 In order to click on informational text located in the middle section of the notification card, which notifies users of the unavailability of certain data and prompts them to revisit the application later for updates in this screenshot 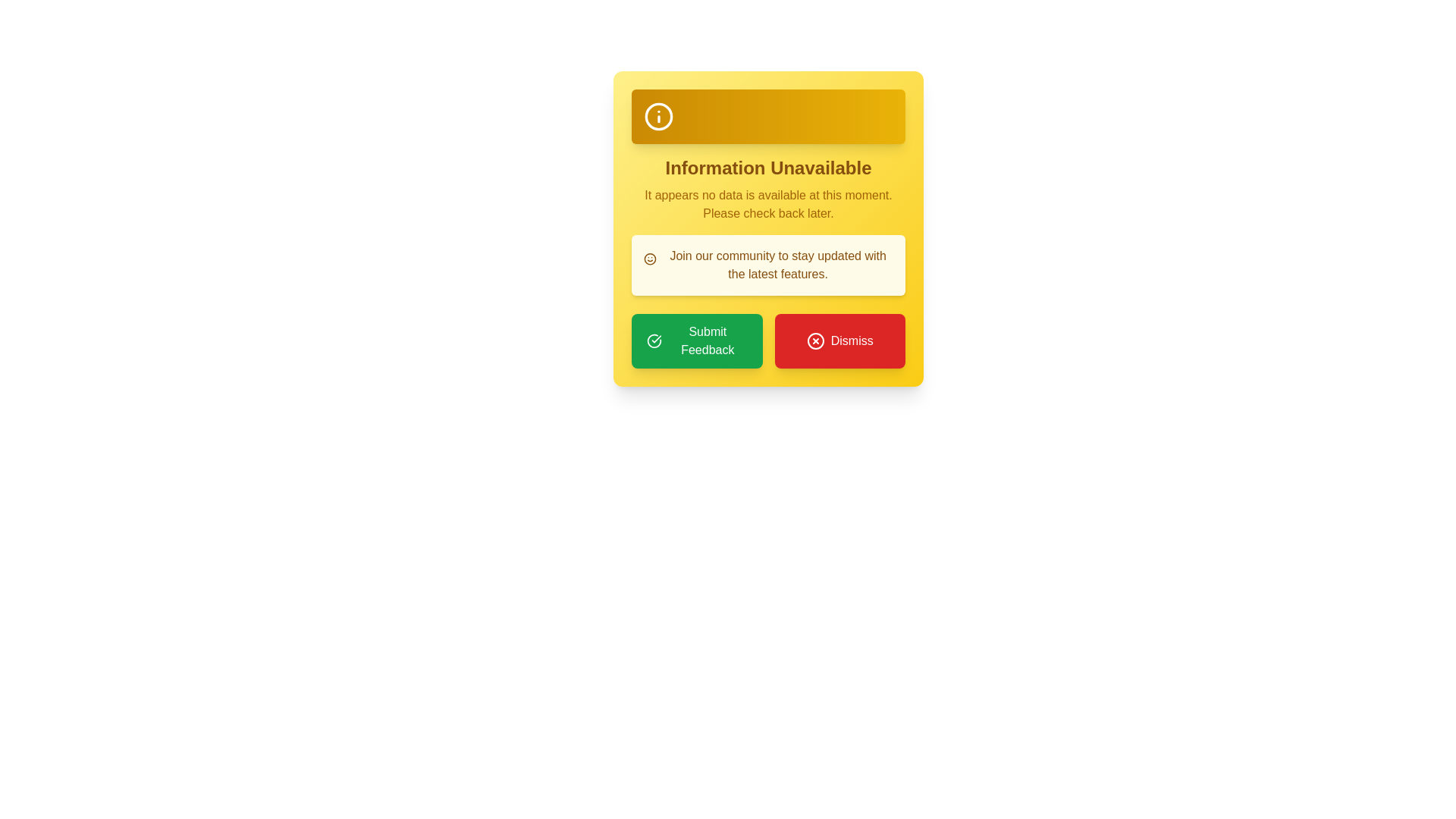, I will do `click(768, 205)`.